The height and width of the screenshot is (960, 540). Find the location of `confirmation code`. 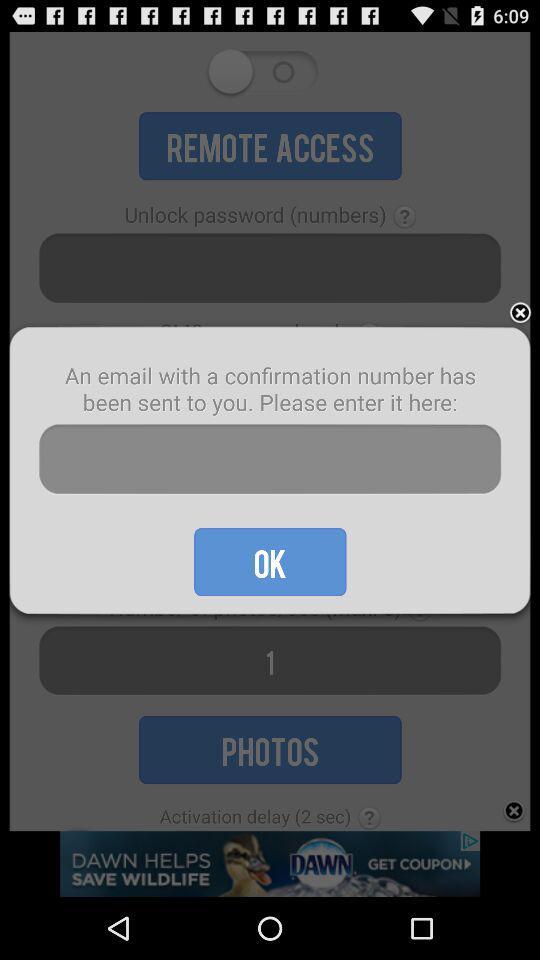

confirmation code is located at coordinates (270, 459).